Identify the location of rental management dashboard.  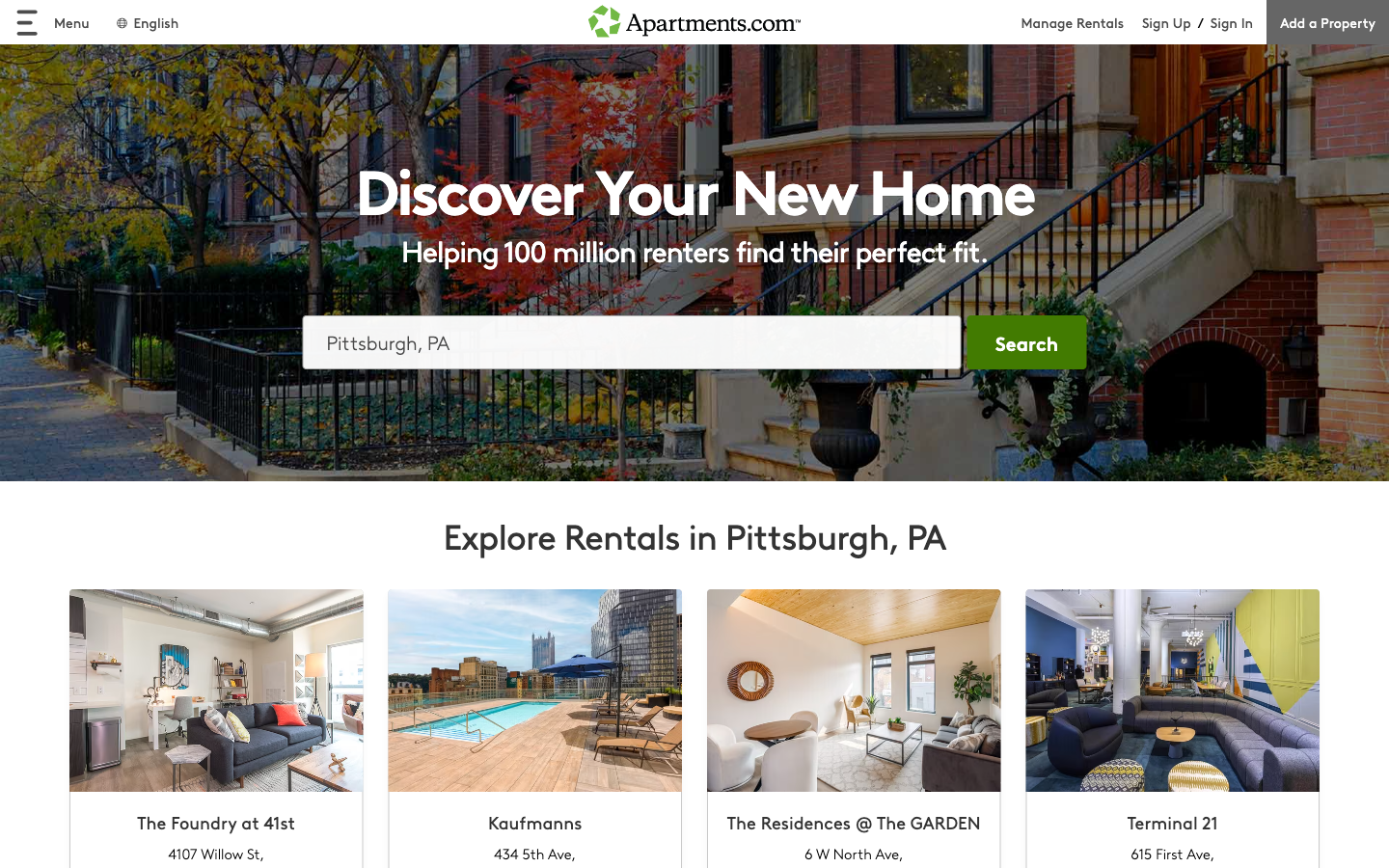
(1080, 21).